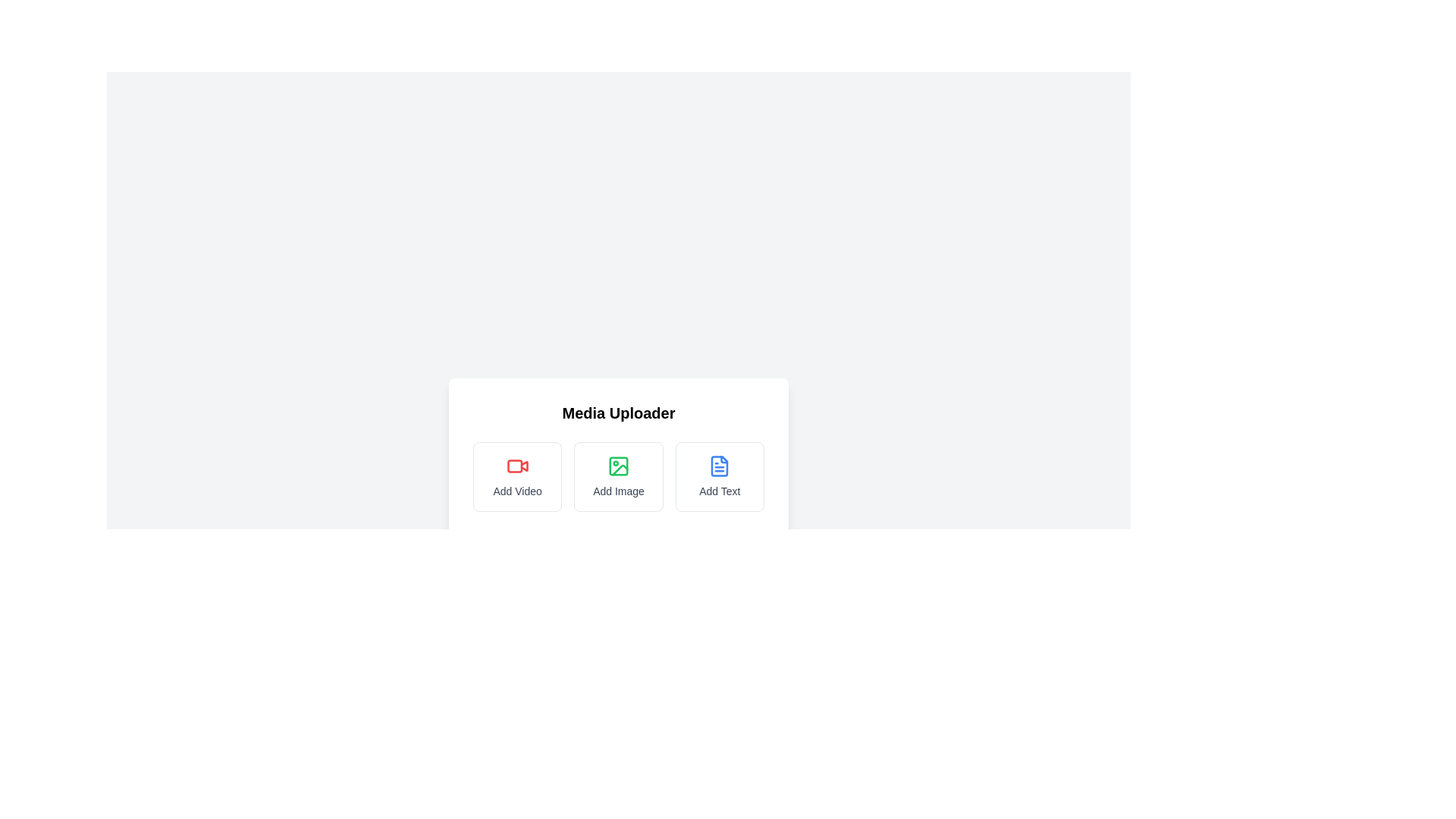  What do you see at coordinates (620, 469) in the screenshot?
I see `the 'Add Image' button, which is visually represented by a green-themed SVG graphic icon featuring a mountain and sun inside a rounded rectangular frame, centrally located between the 'Add Video' and 'Add Text' buttons` at bounding box center [620, 469].